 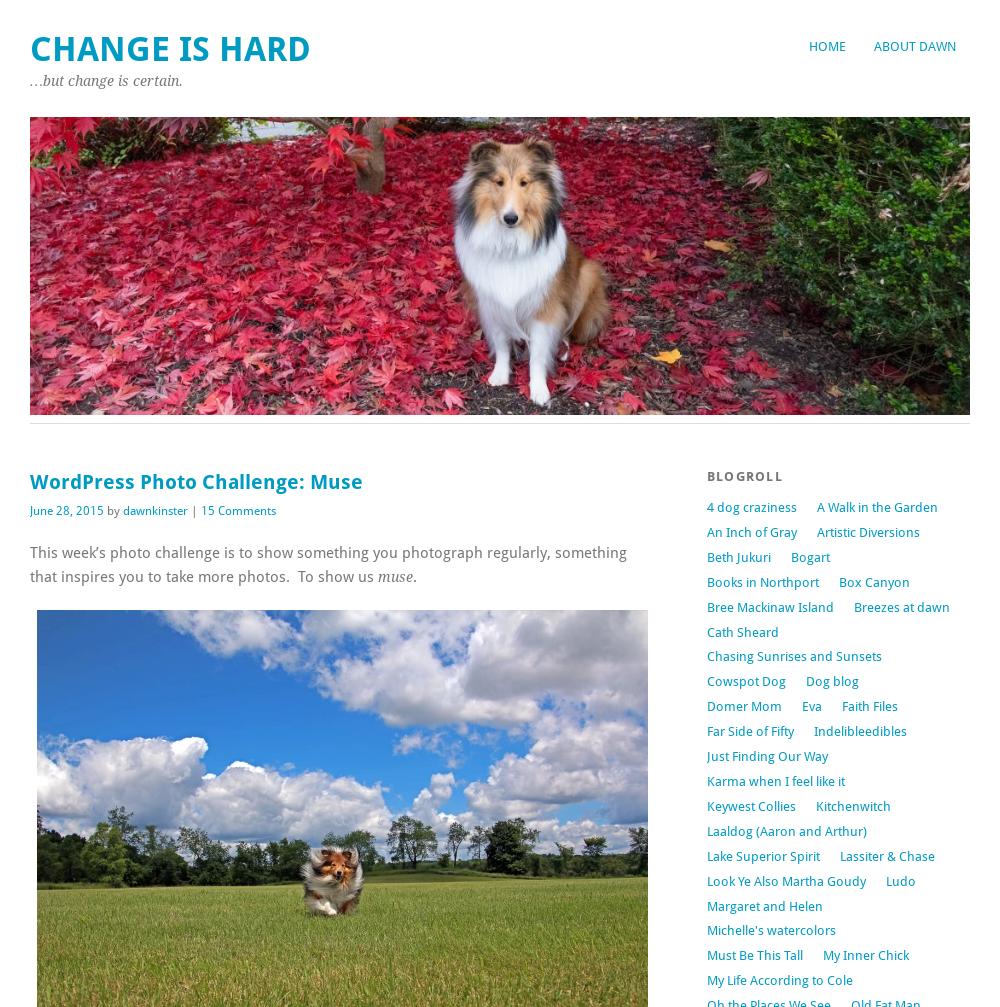 What do you see at coordinates (195, 482) in the screenshot?
I see `'WordPress Photo Challenge: Muse'` at bounding box center [195, 482].